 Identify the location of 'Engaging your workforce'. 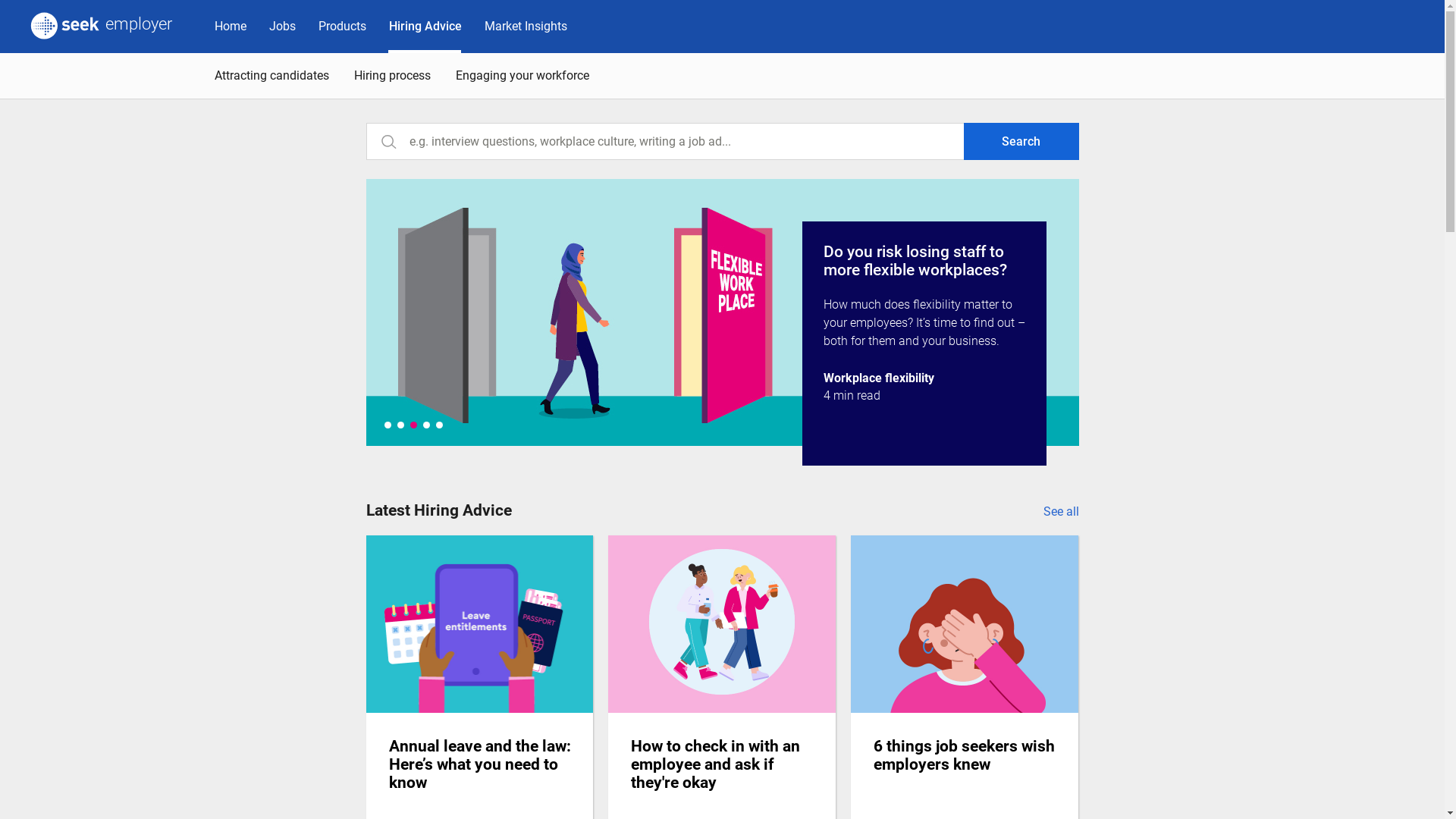
(524, 76).